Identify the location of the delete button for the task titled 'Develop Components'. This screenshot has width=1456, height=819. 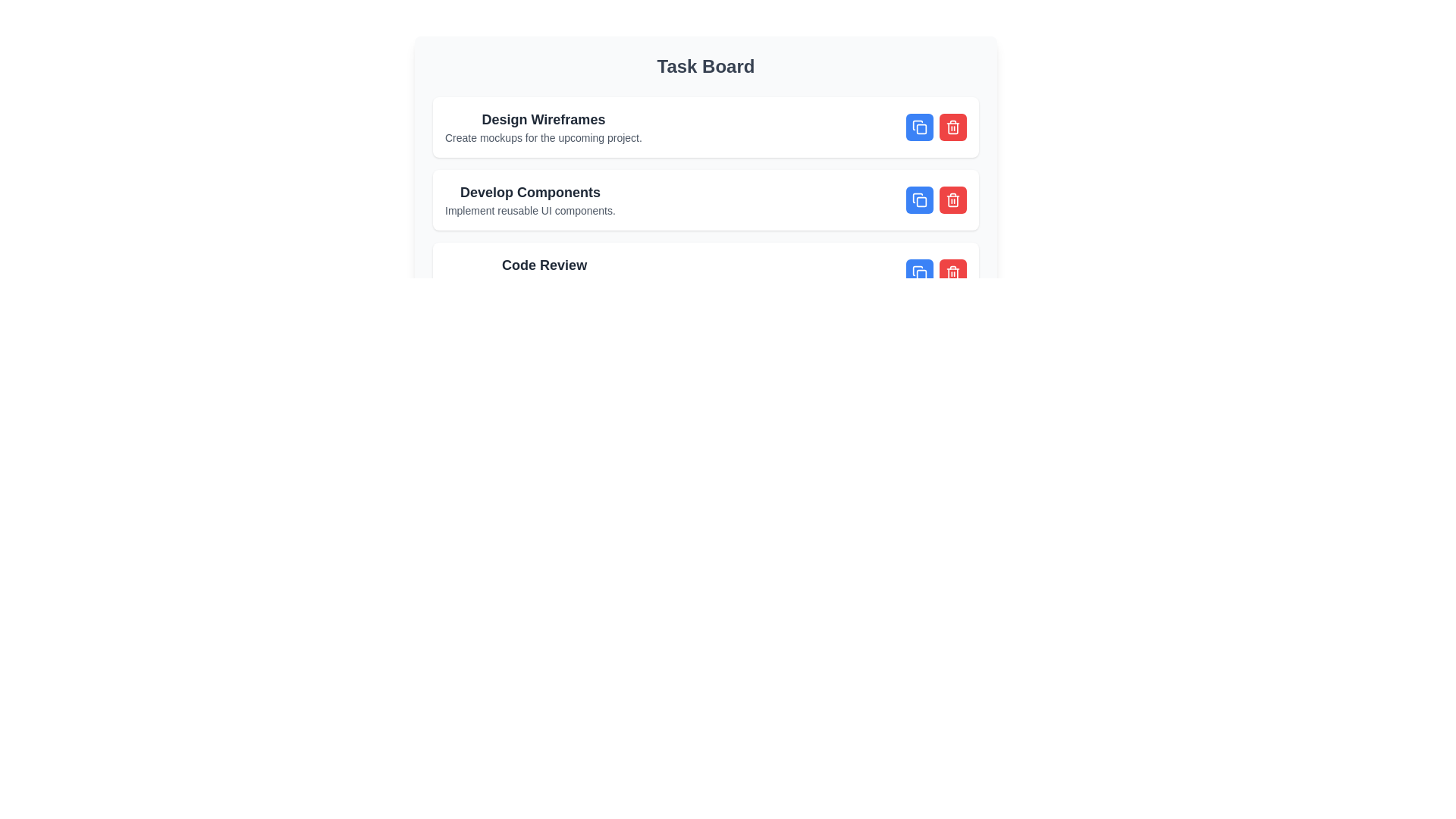
(952, 199).